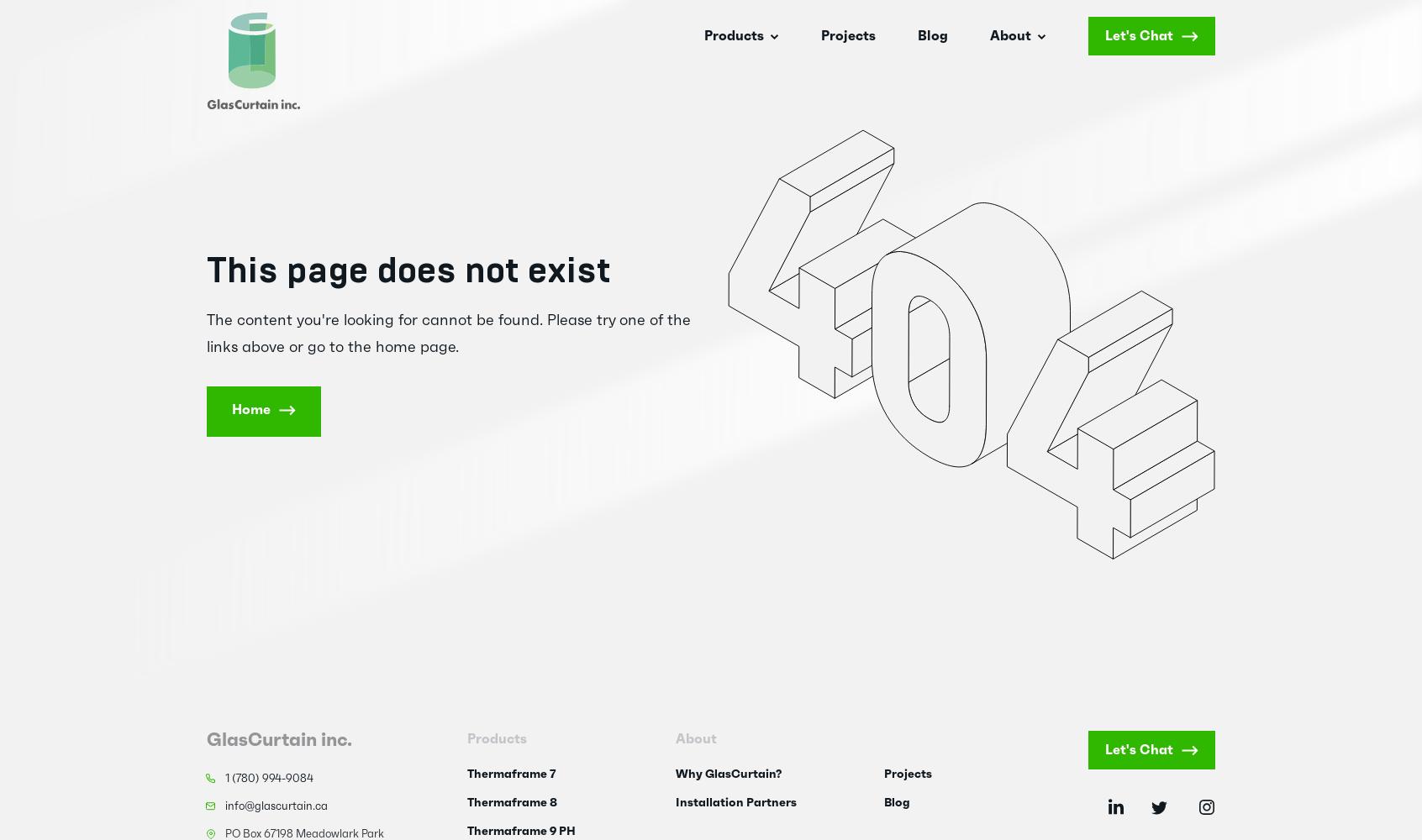 This screenshot has width=1422, height=840. What do you see at coordinates (408, 270) in the screenshot?
I see `'This page does not exist'` at bounding box center [408, 270].